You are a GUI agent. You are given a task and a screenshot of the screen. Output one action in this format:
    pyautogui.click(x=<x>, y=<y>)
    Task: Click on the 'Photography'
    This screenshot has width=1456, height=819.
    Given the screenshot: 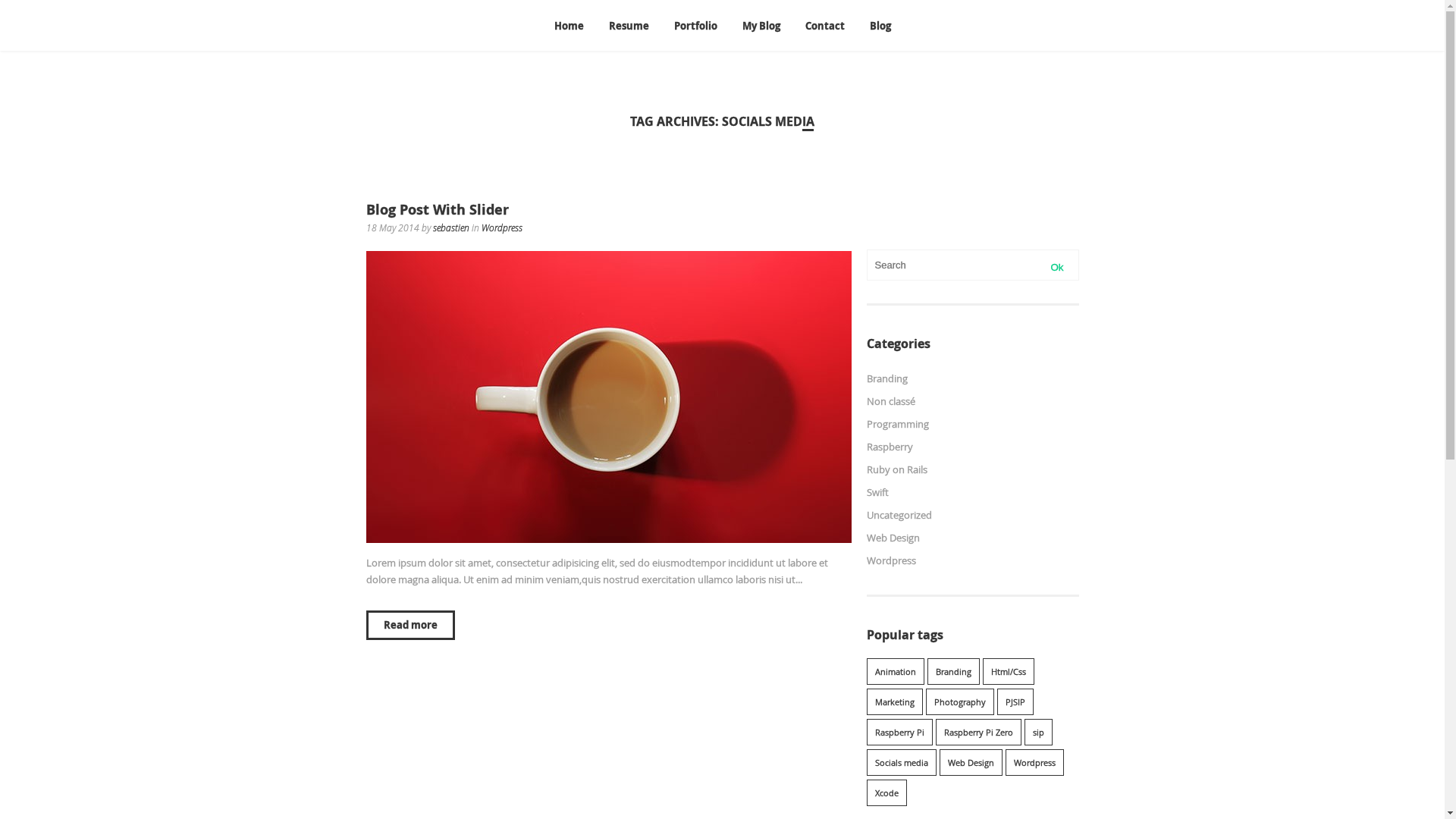 What is the action you would take?
    pyautogui.click(x=959, y=701)
    